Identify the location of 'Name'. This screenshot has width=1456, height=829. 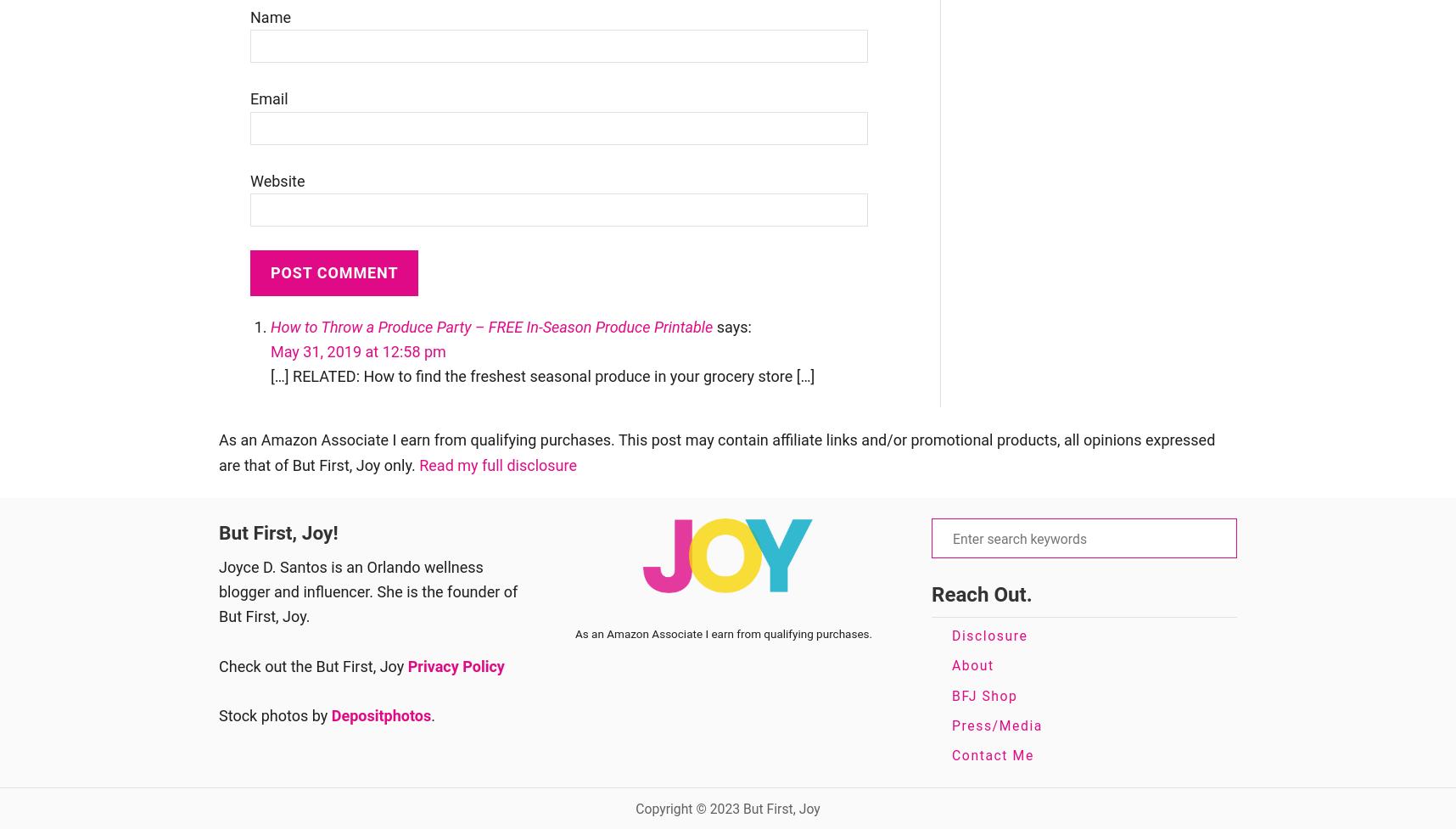
(249, 16).